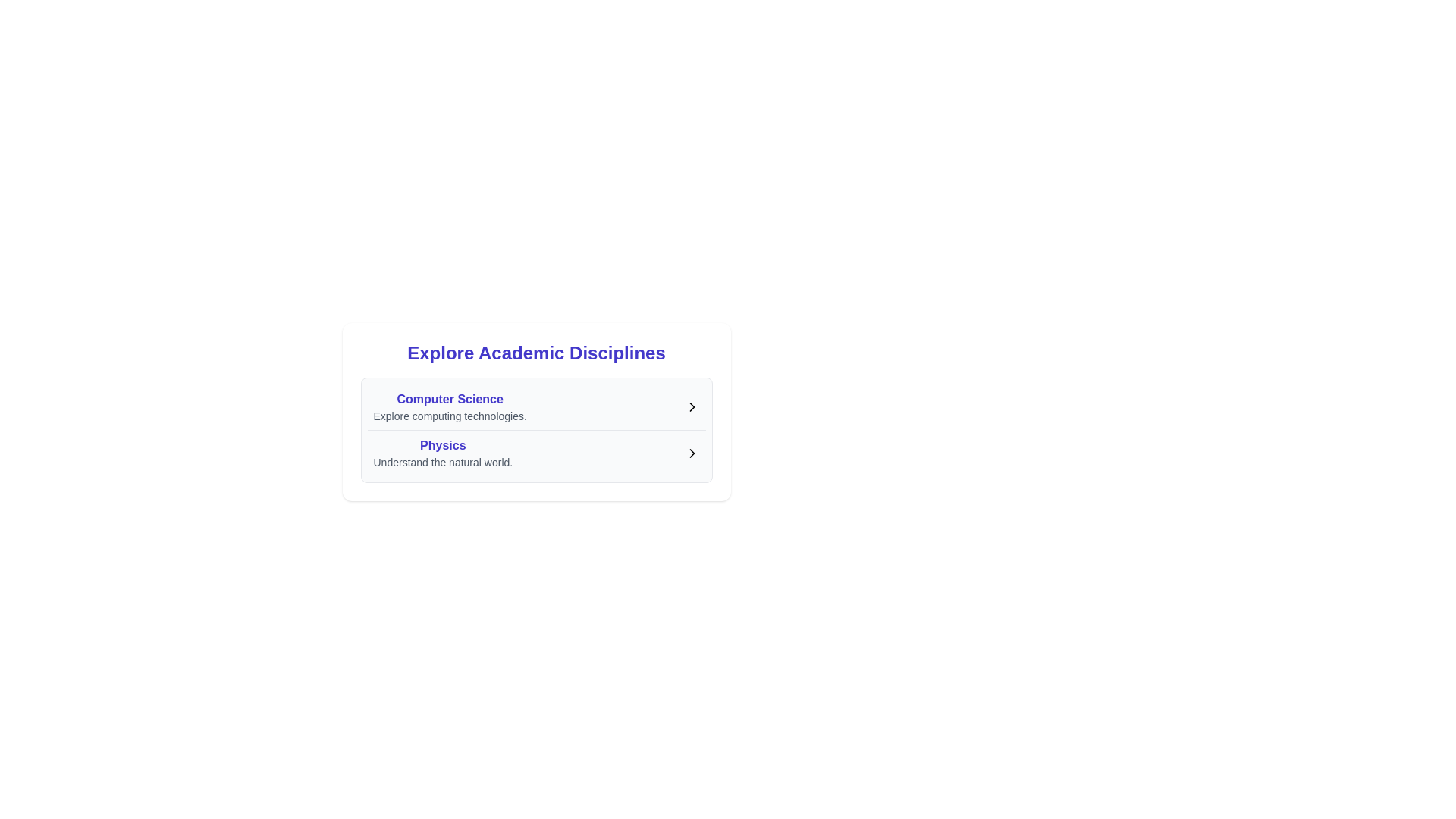  Describe the element at coordinates (536, 430) in the screenshot. I see `the 'Computer Science' or 'Physics' item within the vertically stacked list of navigation links, which is enclosed in a light-gray background and has rounded corners` at that location.